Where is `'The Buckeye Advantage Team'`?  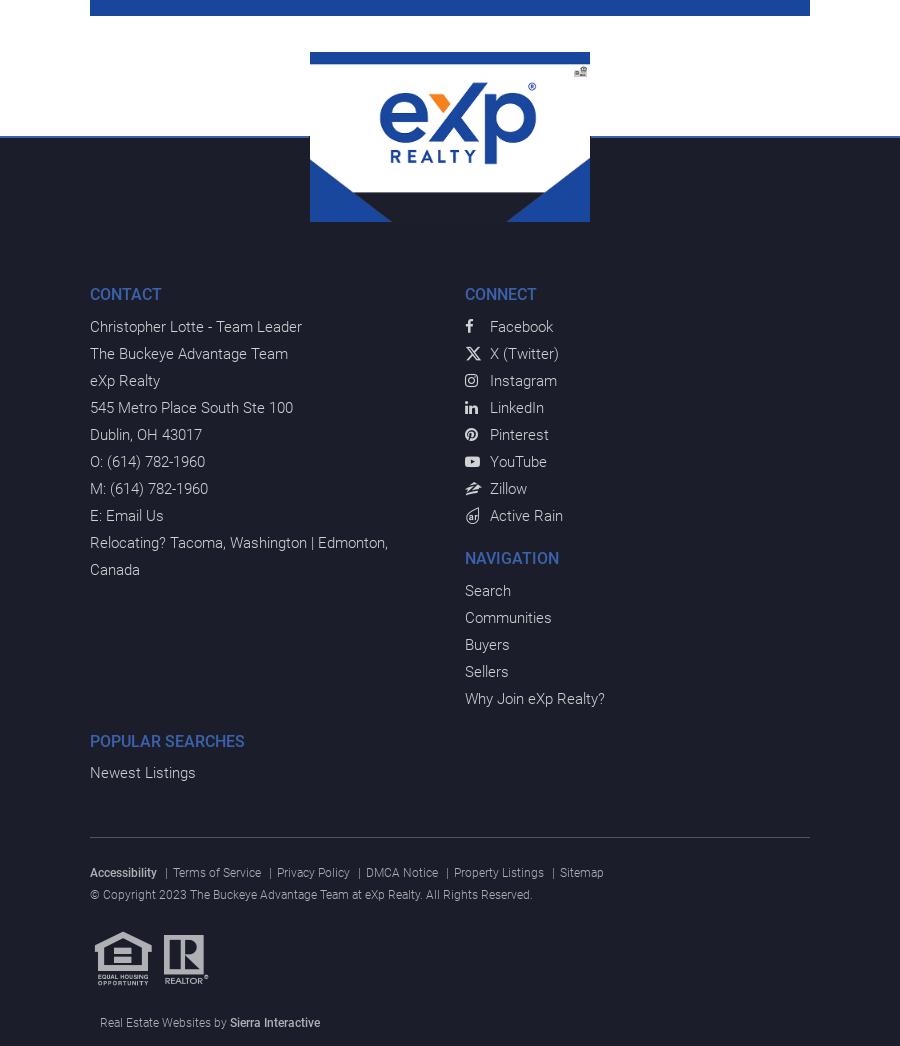 'The Buckeye Advantage Team' is located at coordinates (189, 352).